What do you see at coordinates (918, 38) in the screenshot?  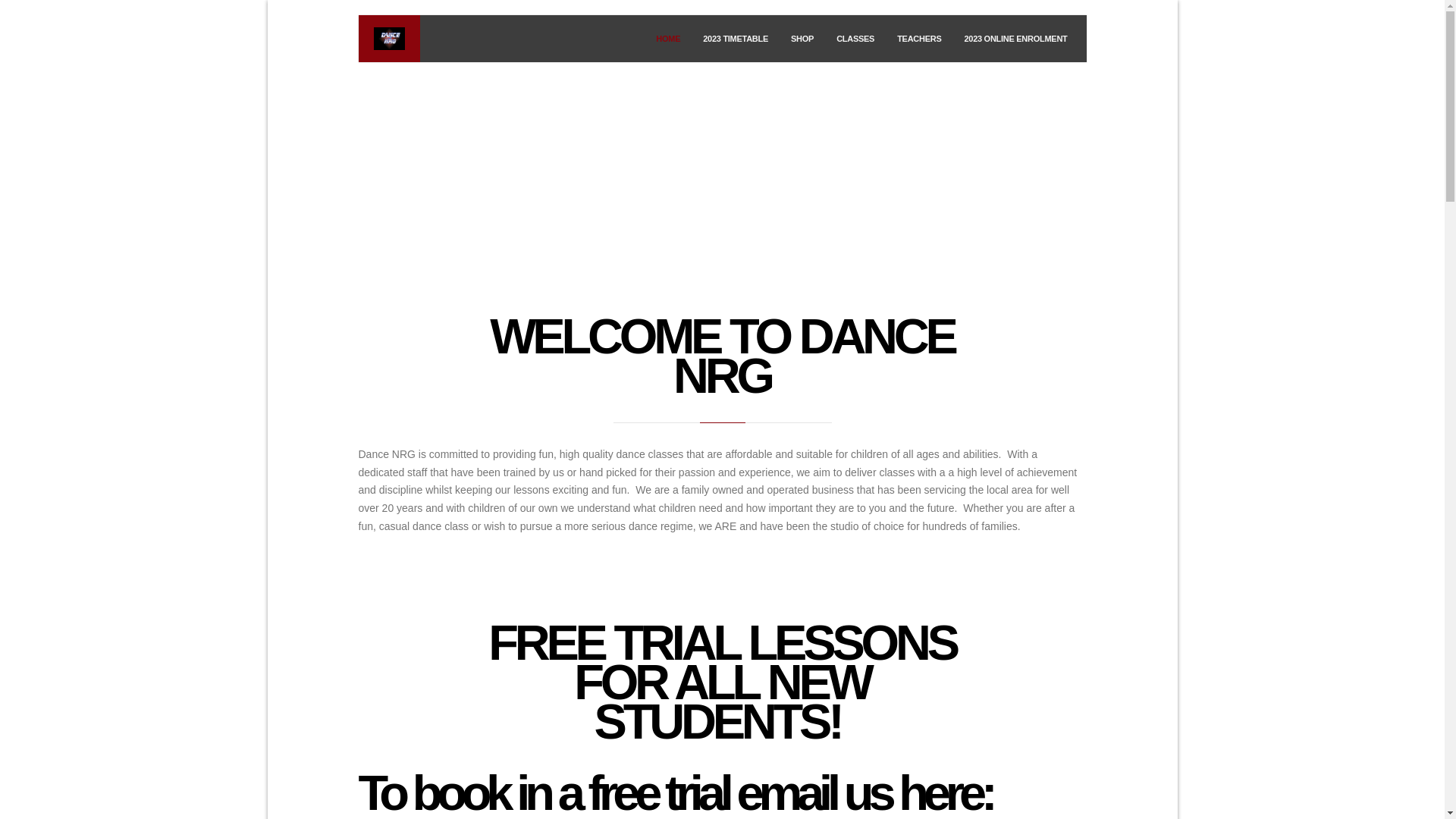 I see `'TEACHERS'` at bounding box center [918, 38].